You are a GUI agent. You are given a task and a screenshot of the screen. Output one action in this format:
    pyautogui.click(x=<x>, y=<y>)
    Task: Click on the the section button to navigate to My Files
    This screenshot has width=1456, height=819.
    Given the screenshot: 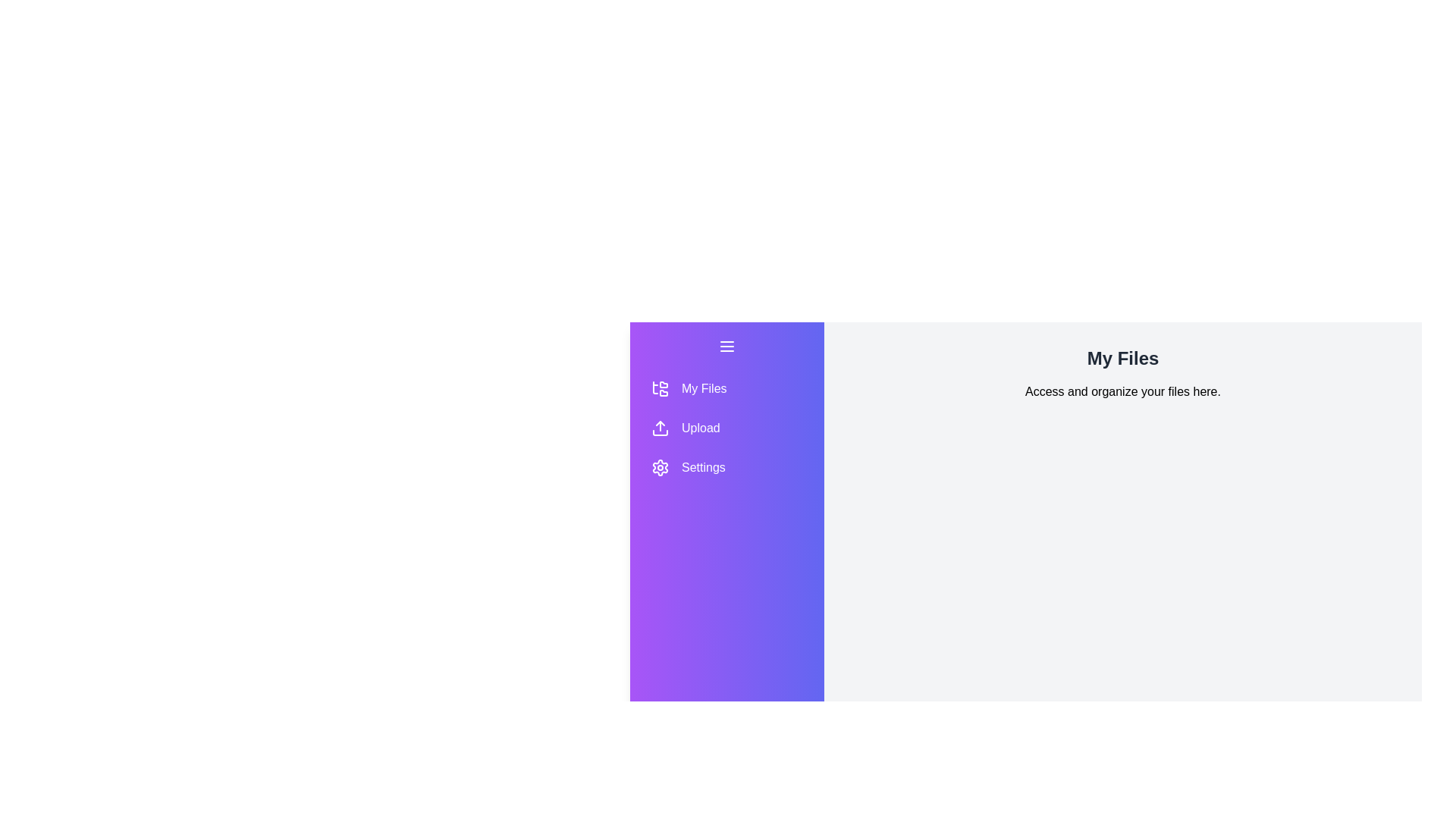 What is the action you would take?
    pyautogui.click(x=726, y=388)
    